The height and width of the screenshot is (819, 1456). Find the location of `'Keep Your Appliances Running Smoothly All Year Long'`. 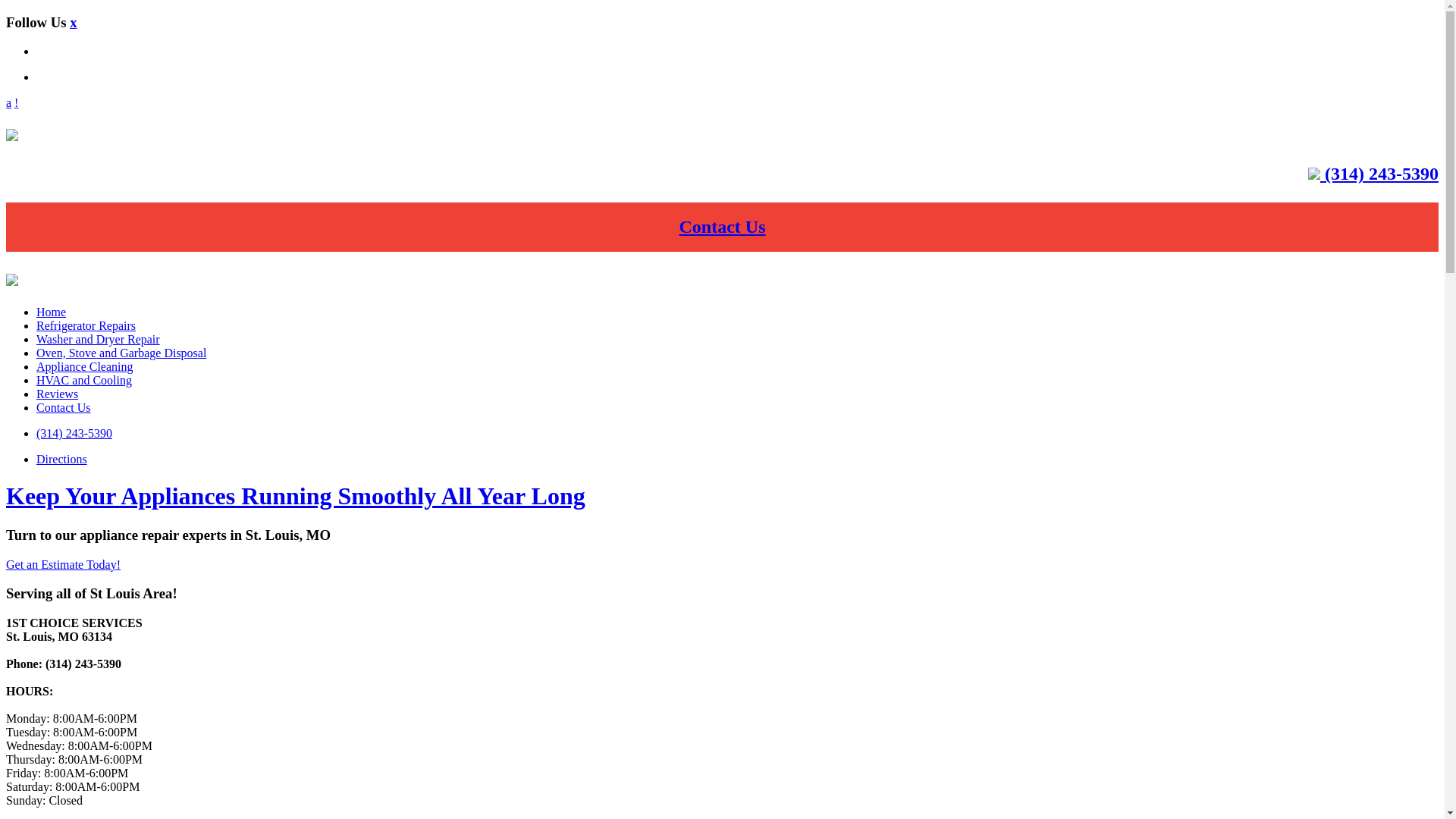

'Keep Your Appliances Running Smoothly All Year Long' is located at coordinates (6, 496).